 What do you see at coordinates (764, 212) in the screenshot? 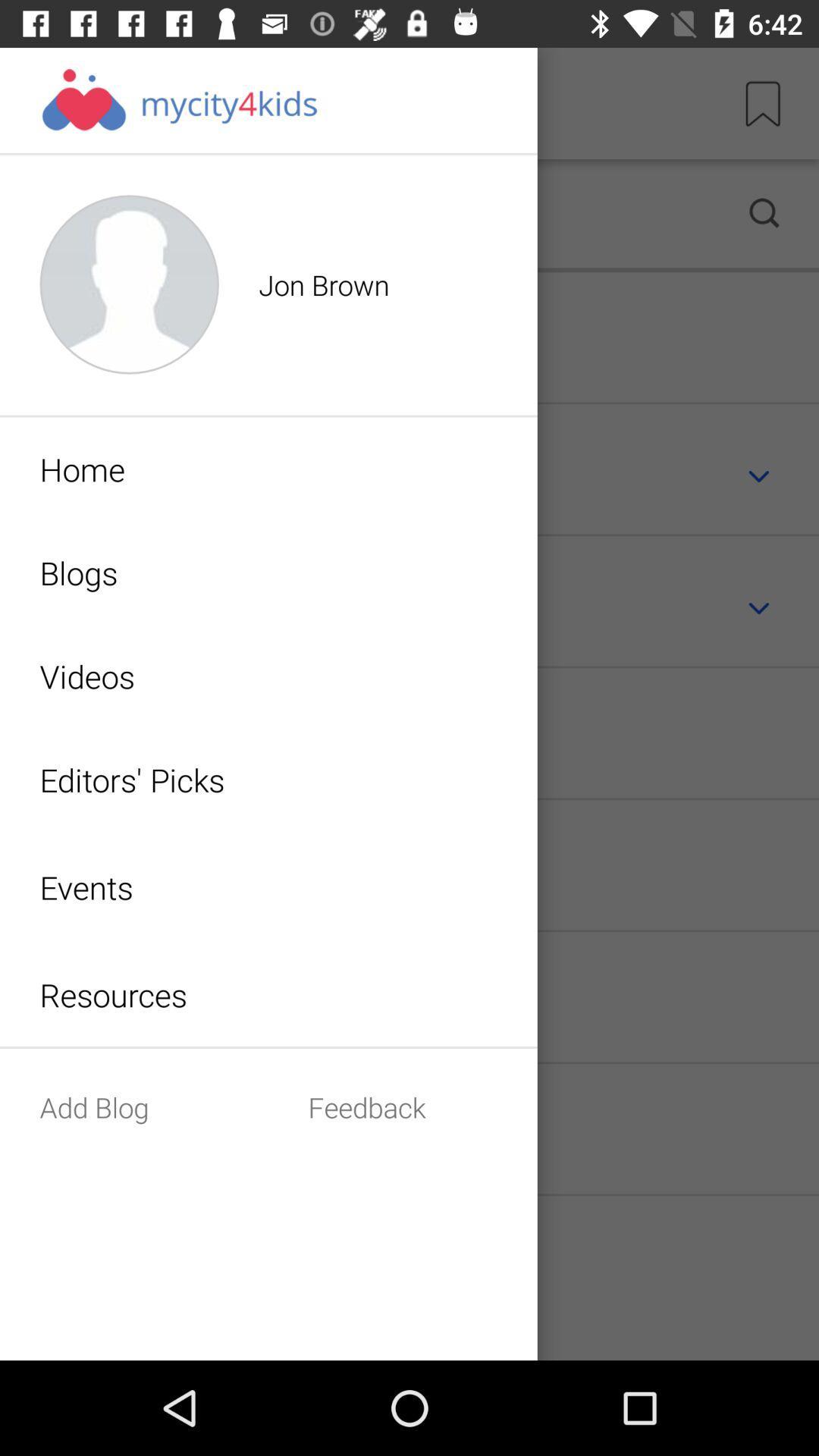
I see `the search icon` at bounding box center [764, 212].